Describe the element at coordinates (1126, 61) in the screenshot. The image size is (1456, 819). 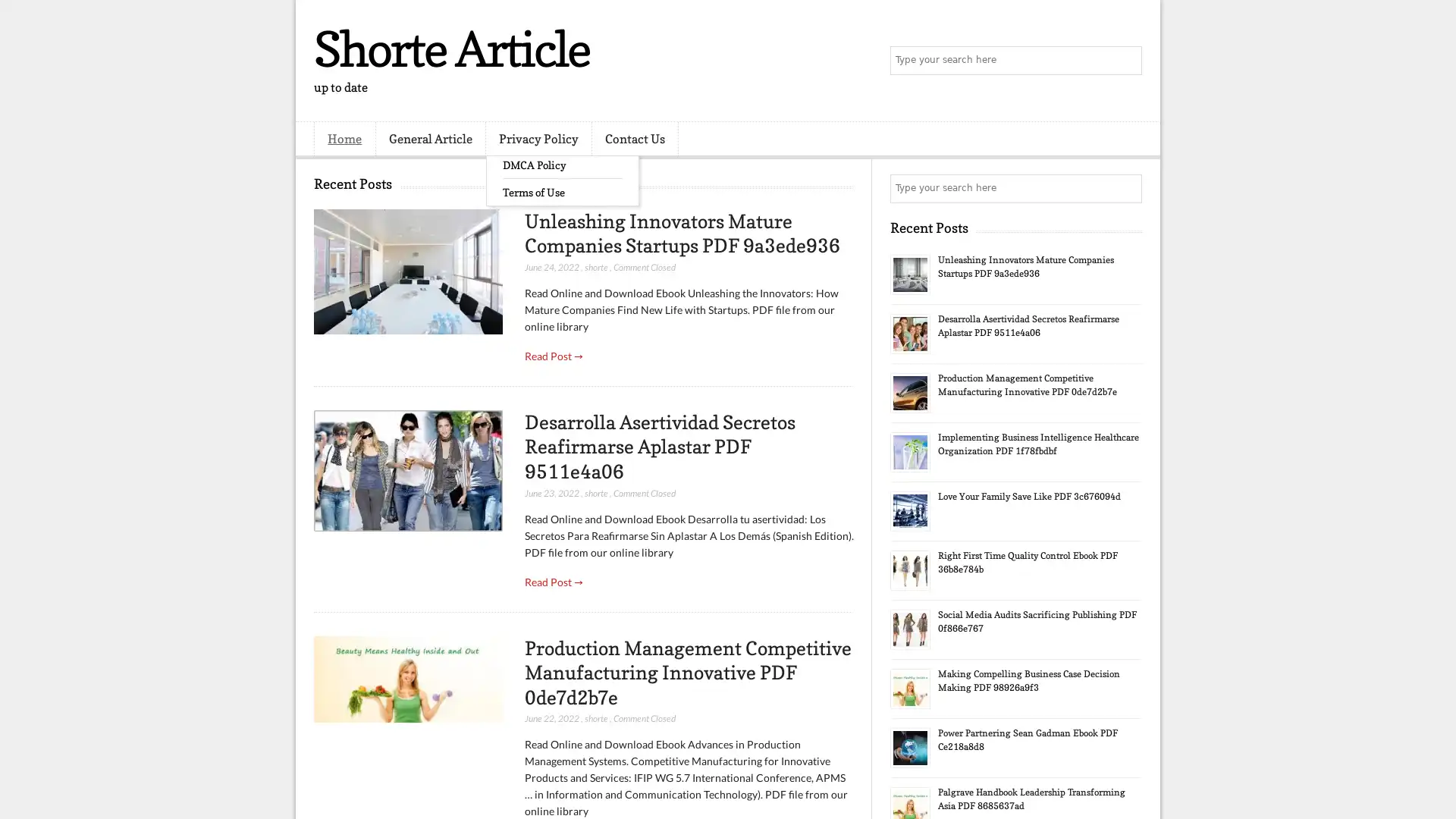
I see `Search` at that location.